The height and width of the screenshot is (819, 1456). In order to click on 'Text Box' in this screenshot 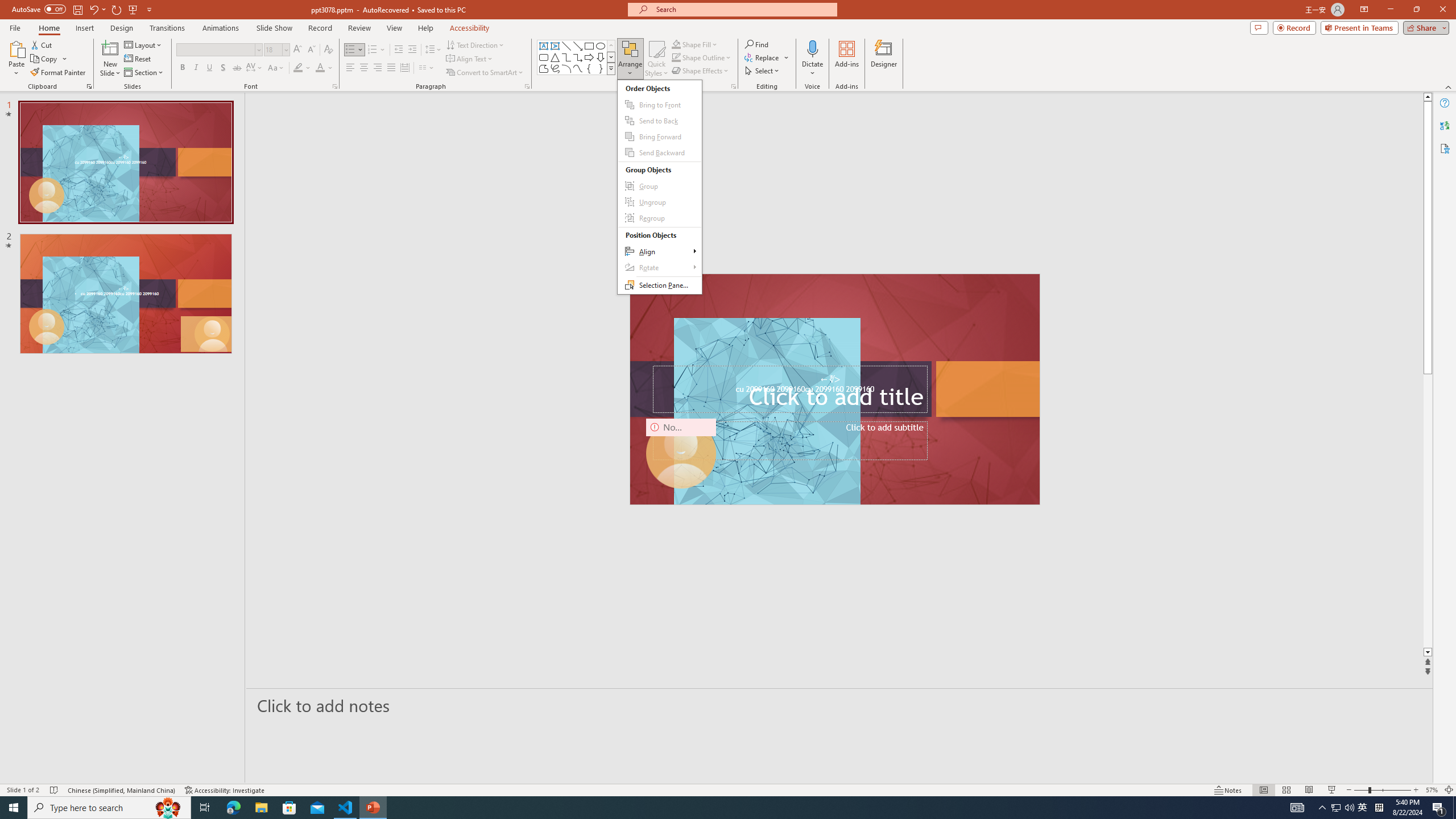, I will do `click(543, 45)`.